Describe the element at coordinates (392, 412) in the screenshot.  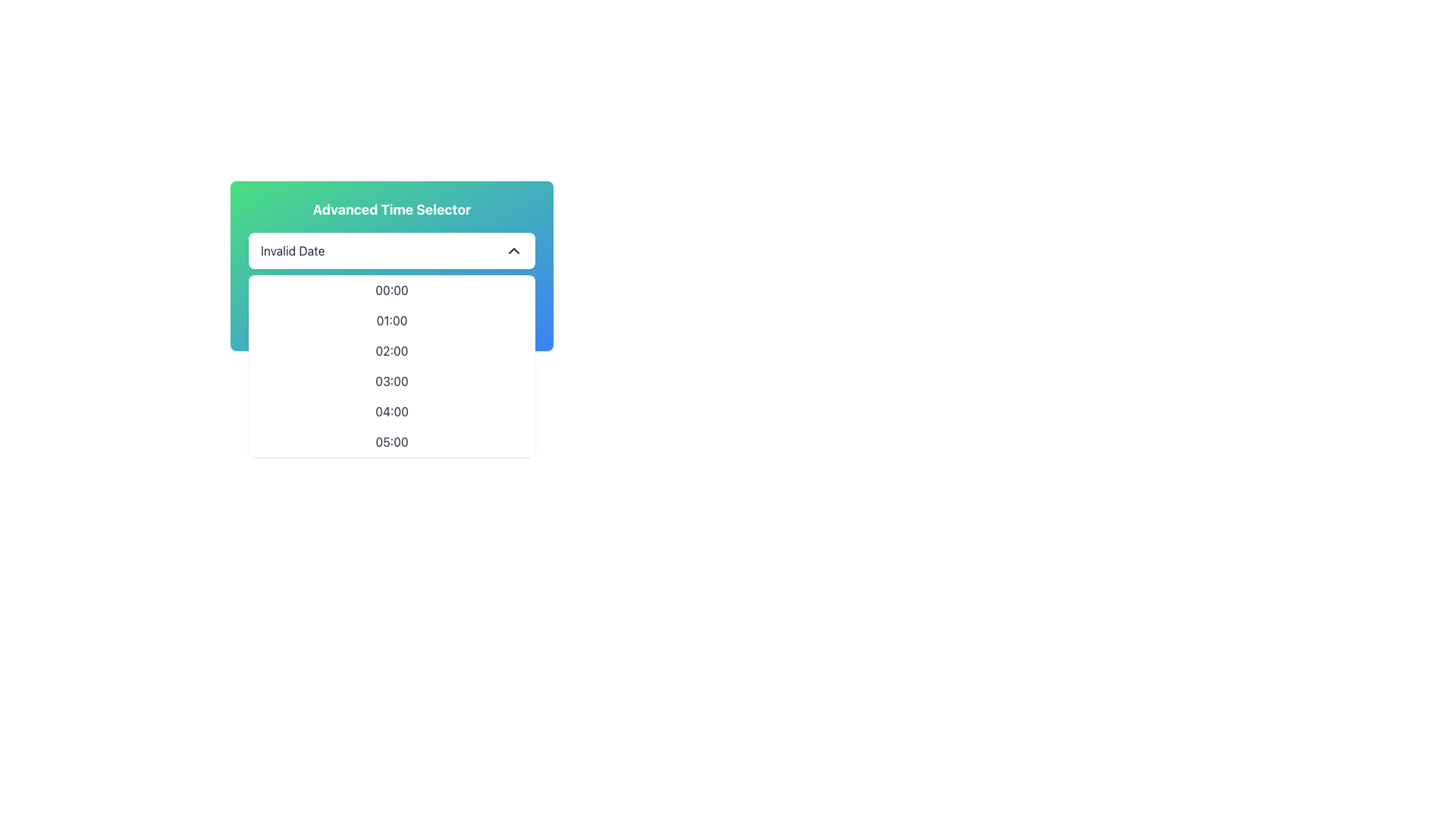
I see `the Text Label displaying the time '04:00' in the dropdown menu, which is the fifth item in a vertical list` at that location.